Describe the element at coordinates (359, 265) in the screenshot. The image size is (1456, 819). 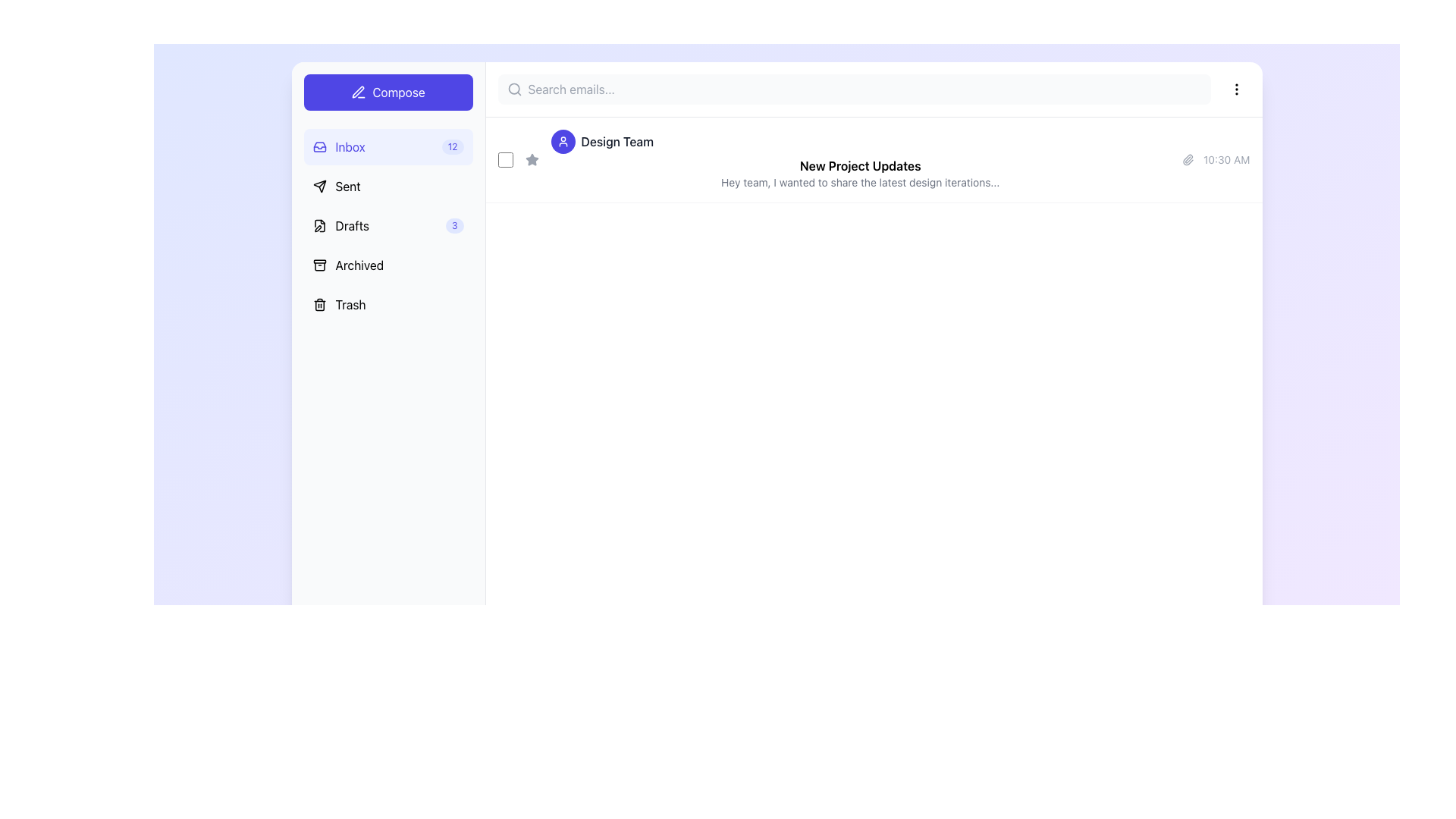
I see `the 'Archived' label in the vertical navigation menu` at that location.